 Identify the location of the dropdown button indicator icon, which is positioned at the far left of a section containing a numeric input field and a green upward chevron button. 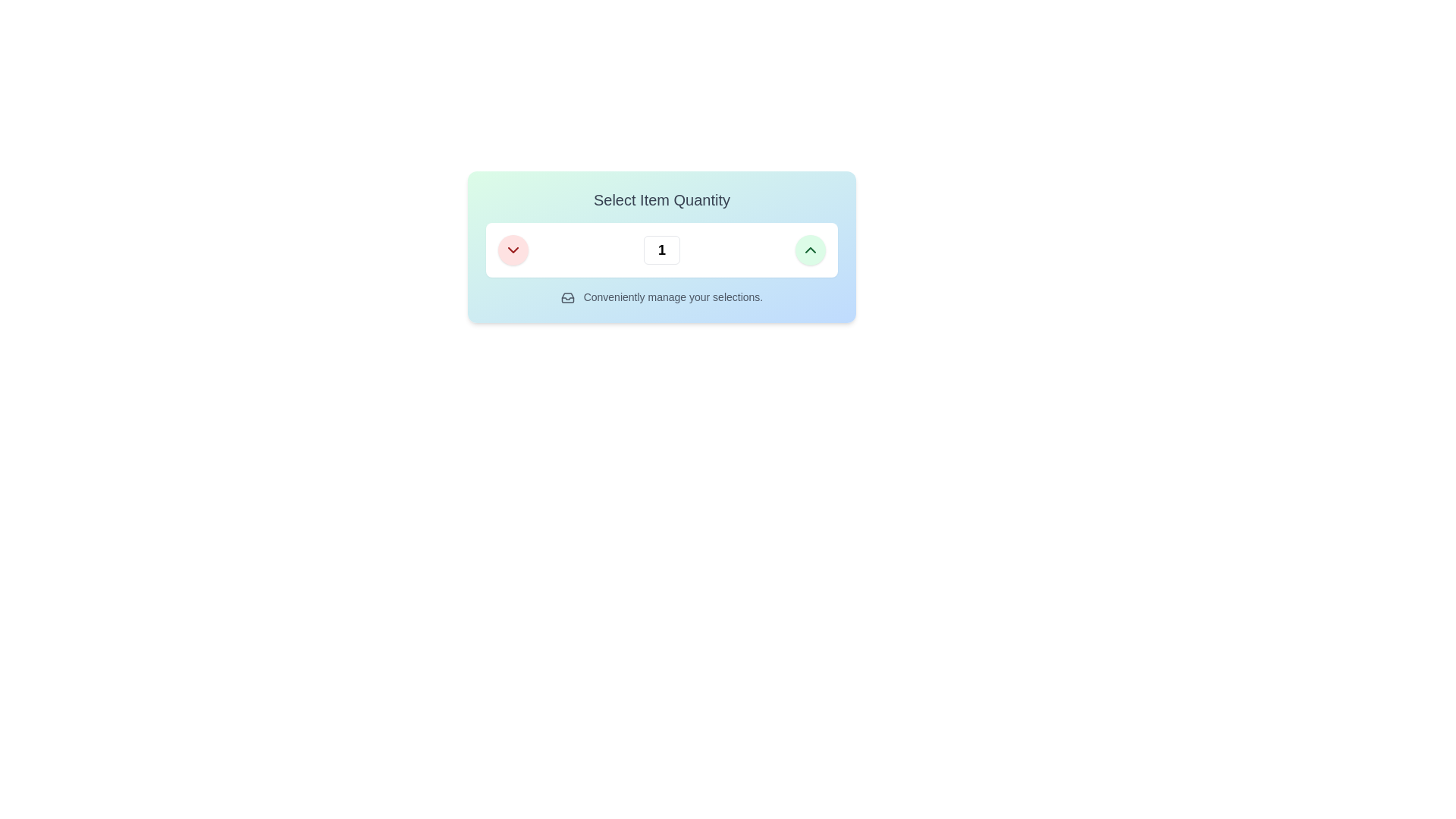
(513, 249).